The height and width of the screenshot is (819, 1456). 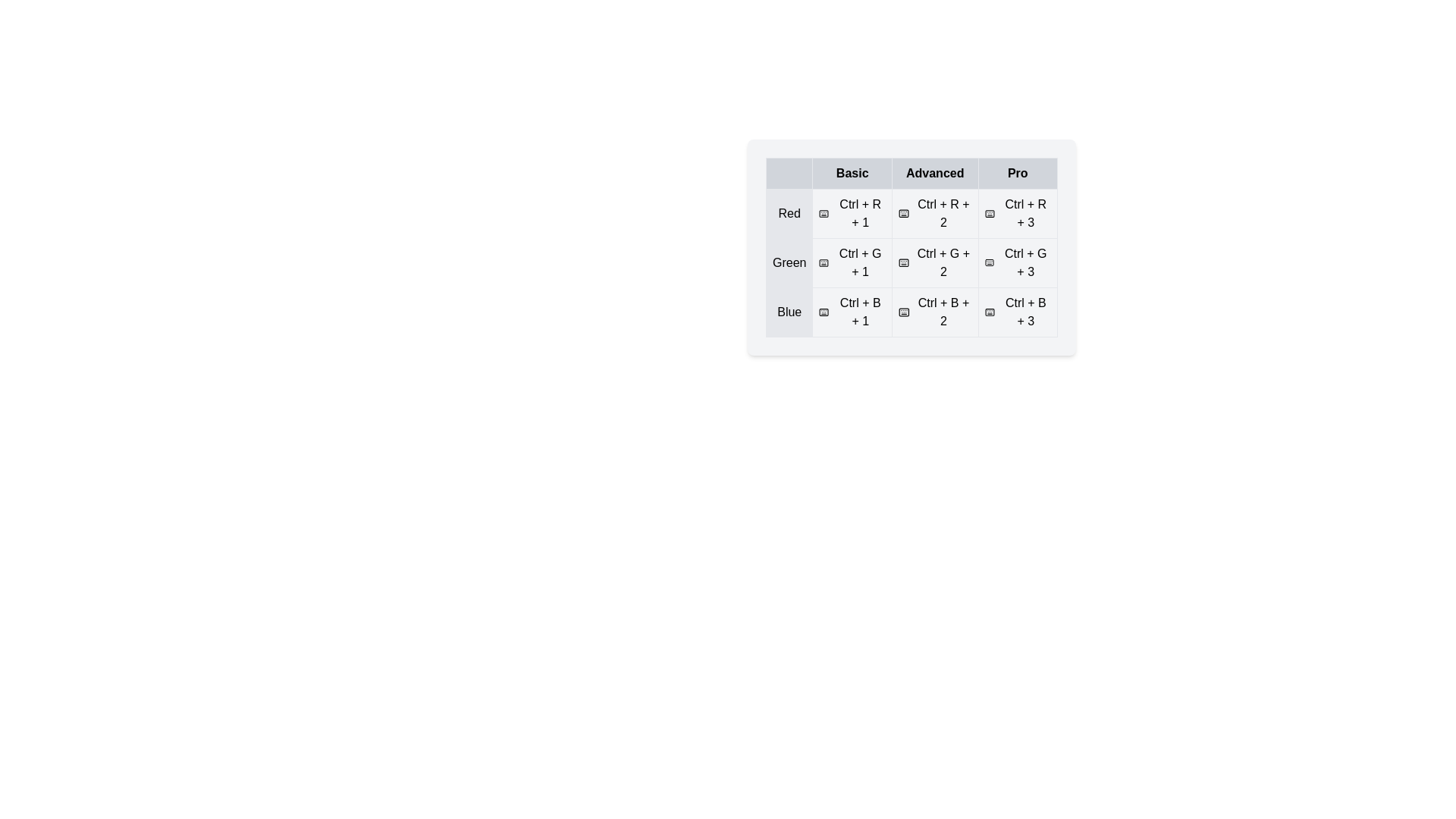 What do you see at coordinates (934, 172) in the screenshot?
I see `the 'Advanced' button, which is a standard non-interactive button with a light gray background and bold black text, centered in a row of buttons labeled 'Basic', 'Advanced', and 'Pro'` at bounding box center [934, 172].